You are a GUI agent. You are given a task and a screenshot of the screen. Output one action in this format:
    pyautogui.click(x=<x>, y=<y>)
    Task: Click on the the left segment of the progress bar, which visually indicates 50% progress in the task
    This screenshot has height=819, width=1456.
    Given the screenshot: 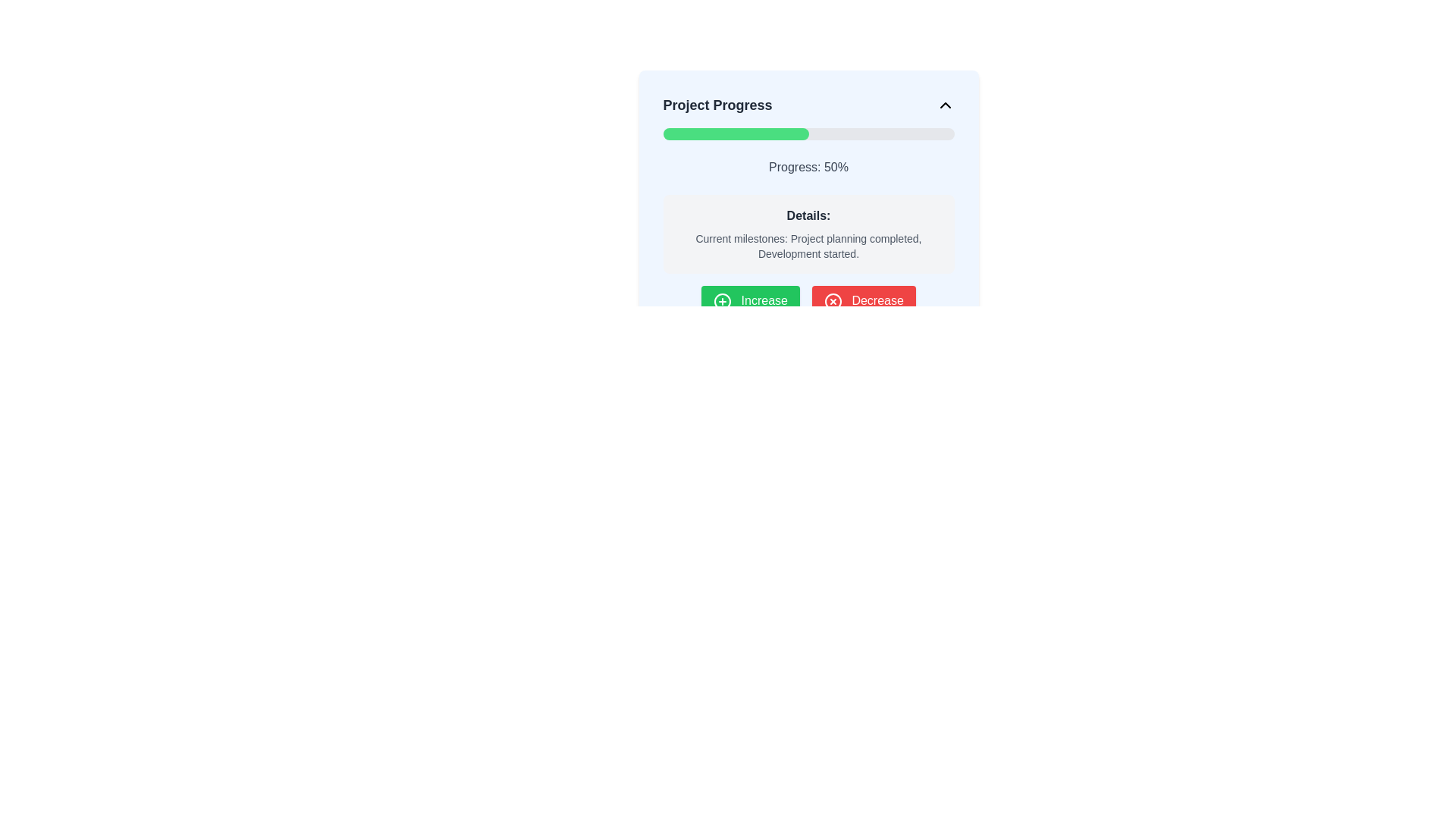 What is the action you would take?
    pyautogui.click(x=736, y=133)
    